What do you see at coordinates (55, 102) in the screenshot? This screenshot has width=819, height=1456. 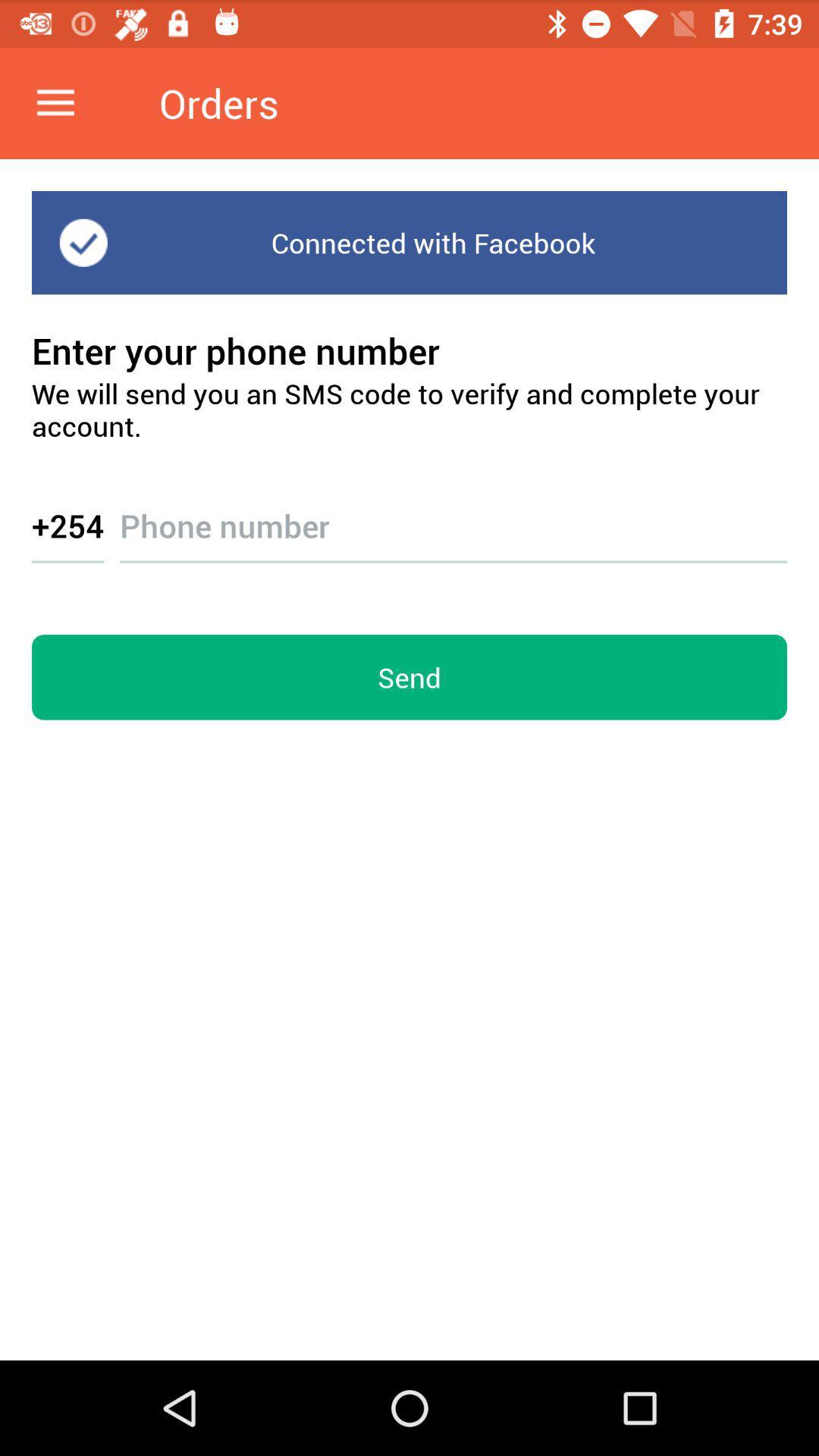 I see `the icon above the connected with facebook` at bounding box center [55, 102].